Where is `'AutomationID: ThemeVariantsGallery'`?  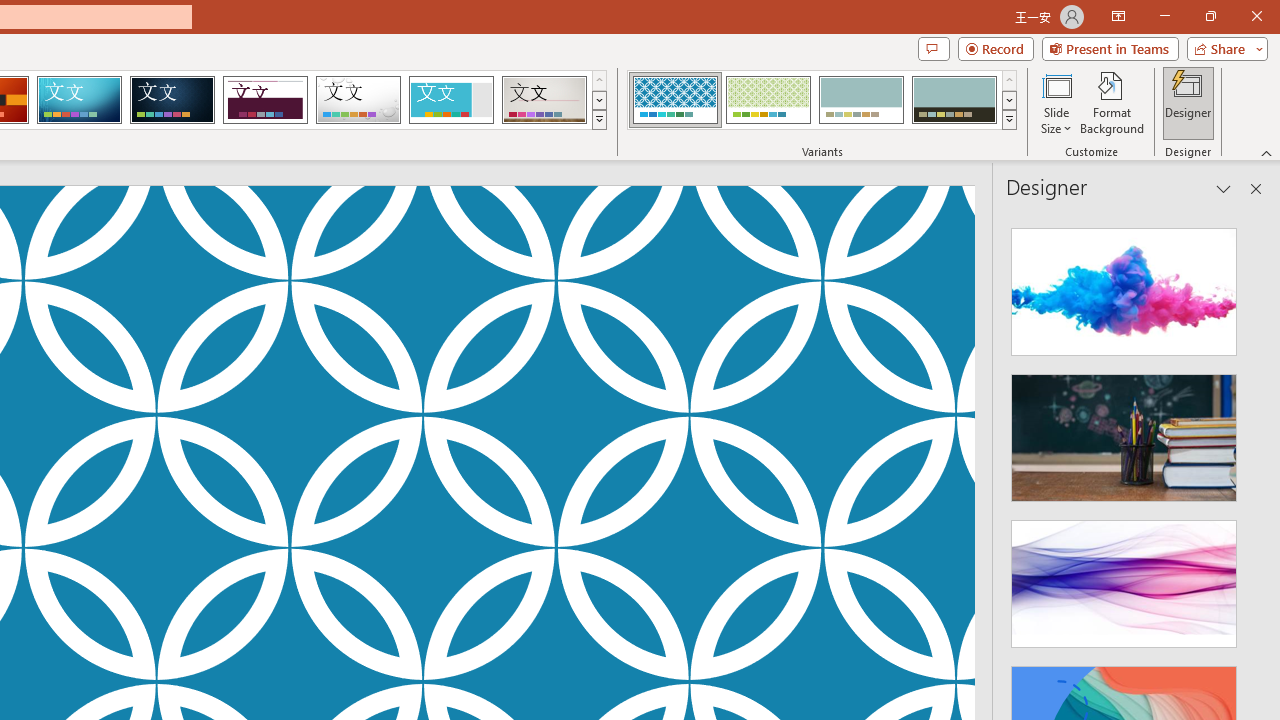
'AutomationID: ThemeVariantsGallery' is located at coordinates (823, 100).